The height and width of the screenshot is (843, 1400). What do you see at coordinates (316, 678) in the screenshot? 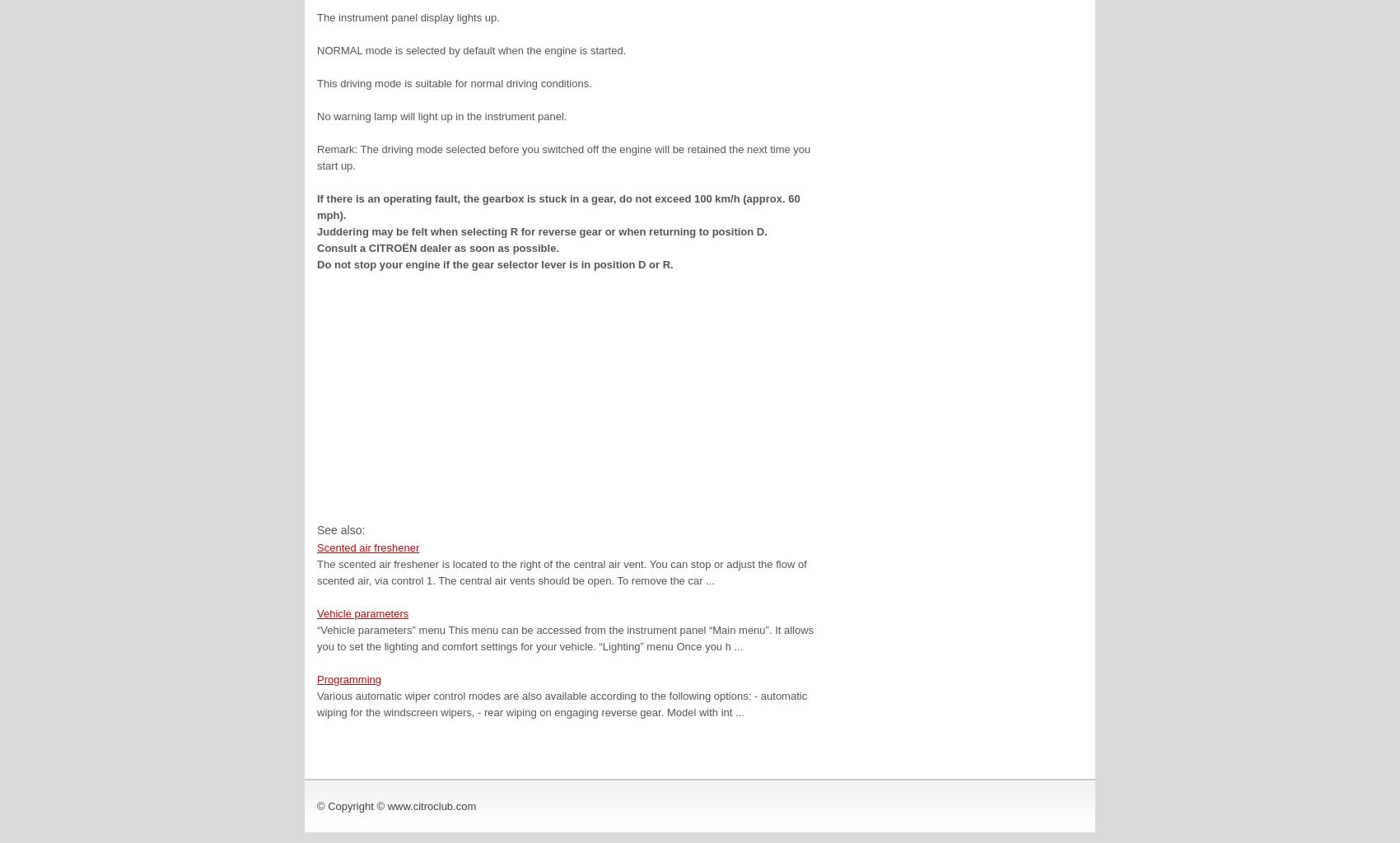
I see `'Programming'` at bounding box center [316, 678].